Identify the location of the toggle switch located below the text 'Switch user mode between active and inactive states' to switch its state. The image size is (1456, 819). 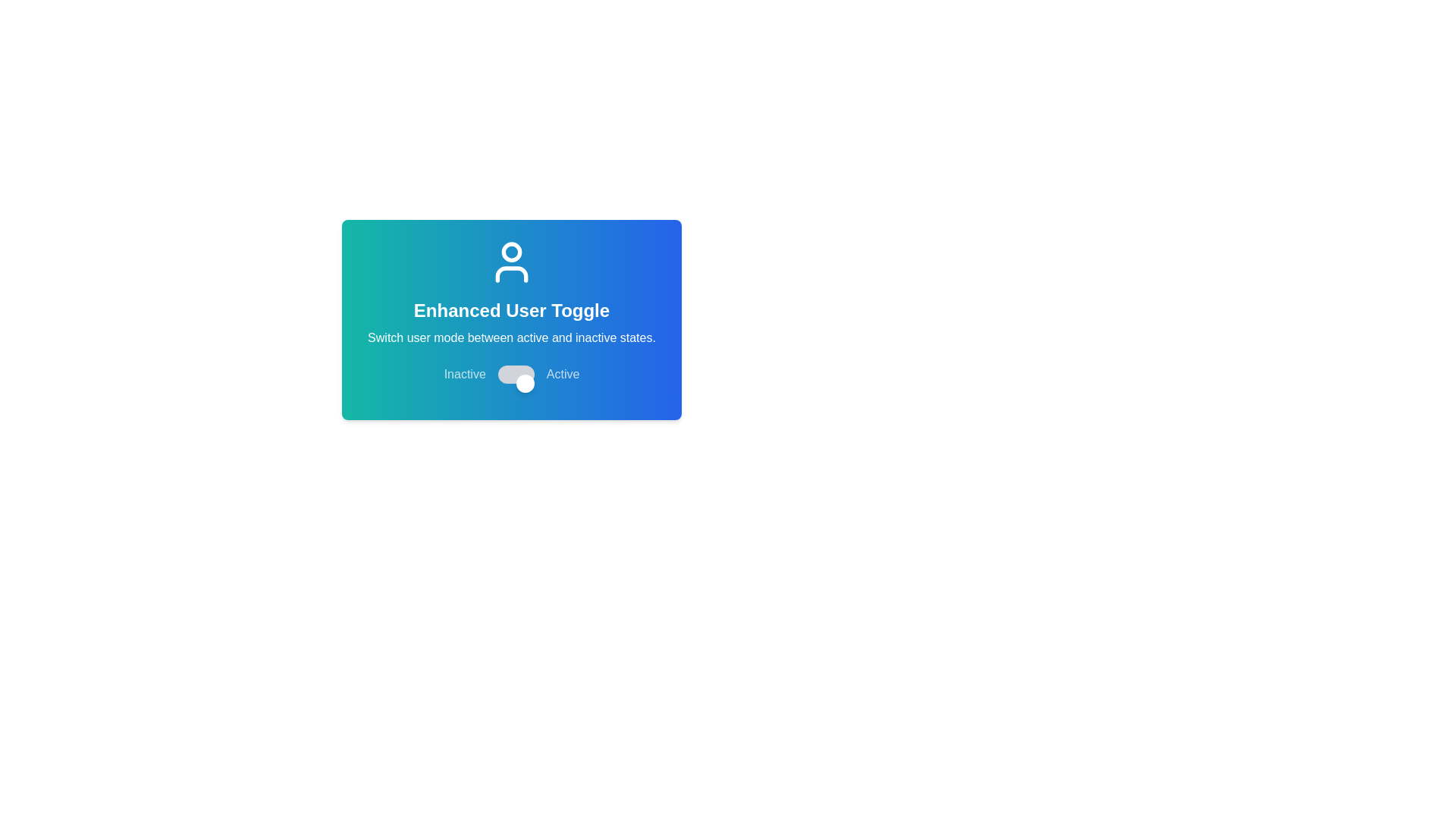
(512, 374).